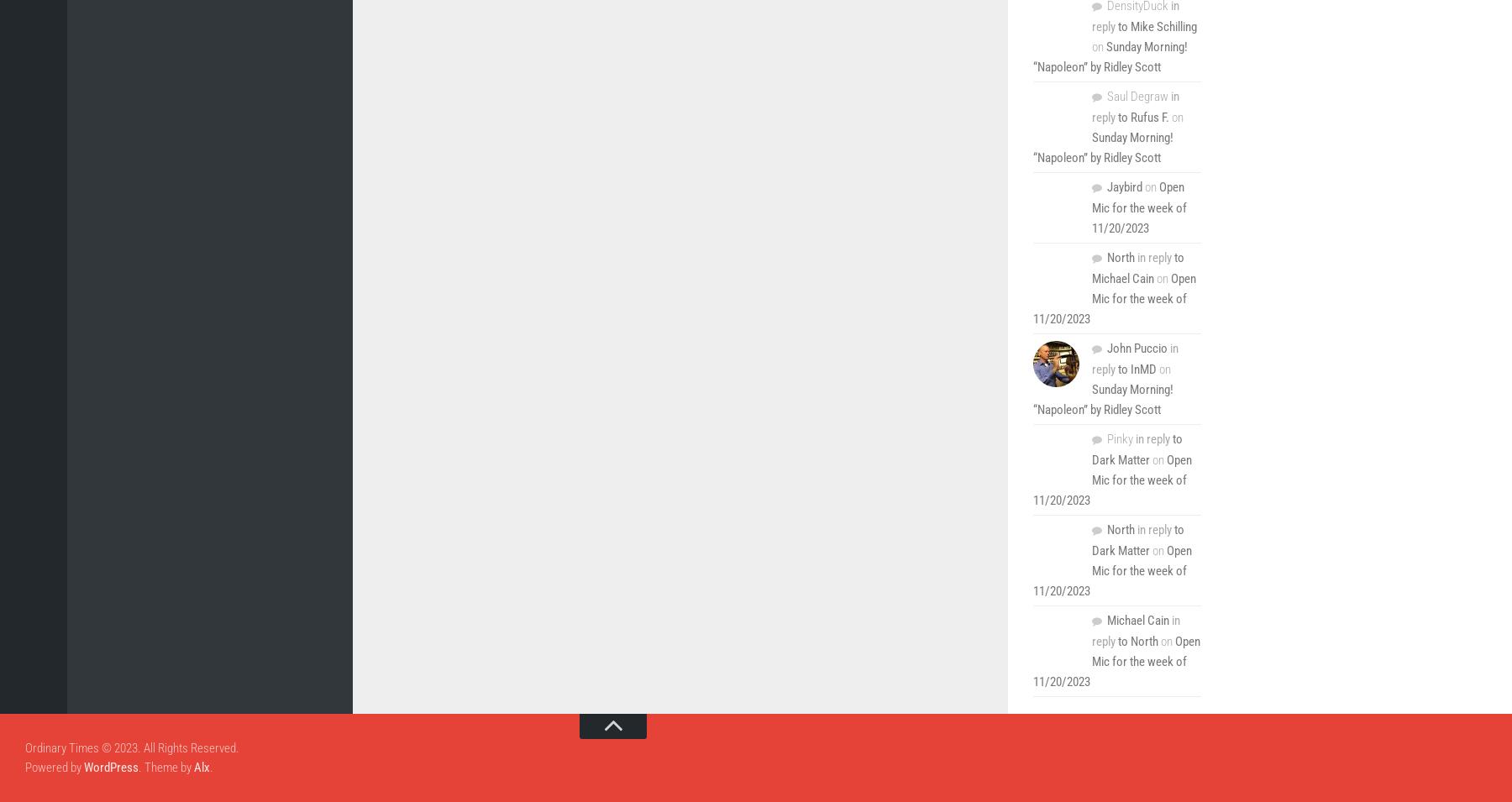 This screenshot has width=1512, height=802. I want to click on 'Jaybird', so click(1125, 186).